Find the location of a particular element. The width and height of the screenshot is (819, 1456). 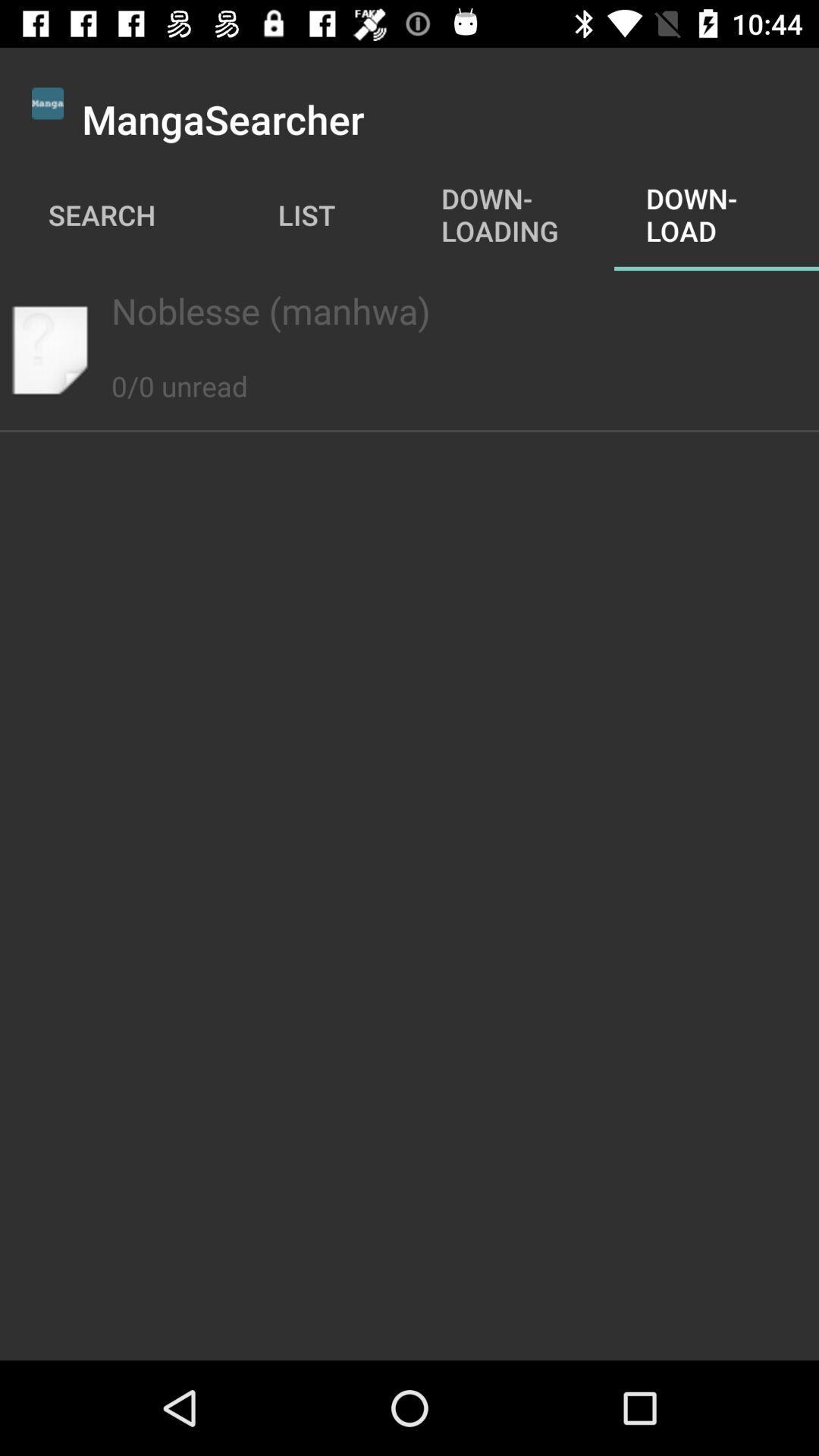

item above the is located at coordinates (409, 309).